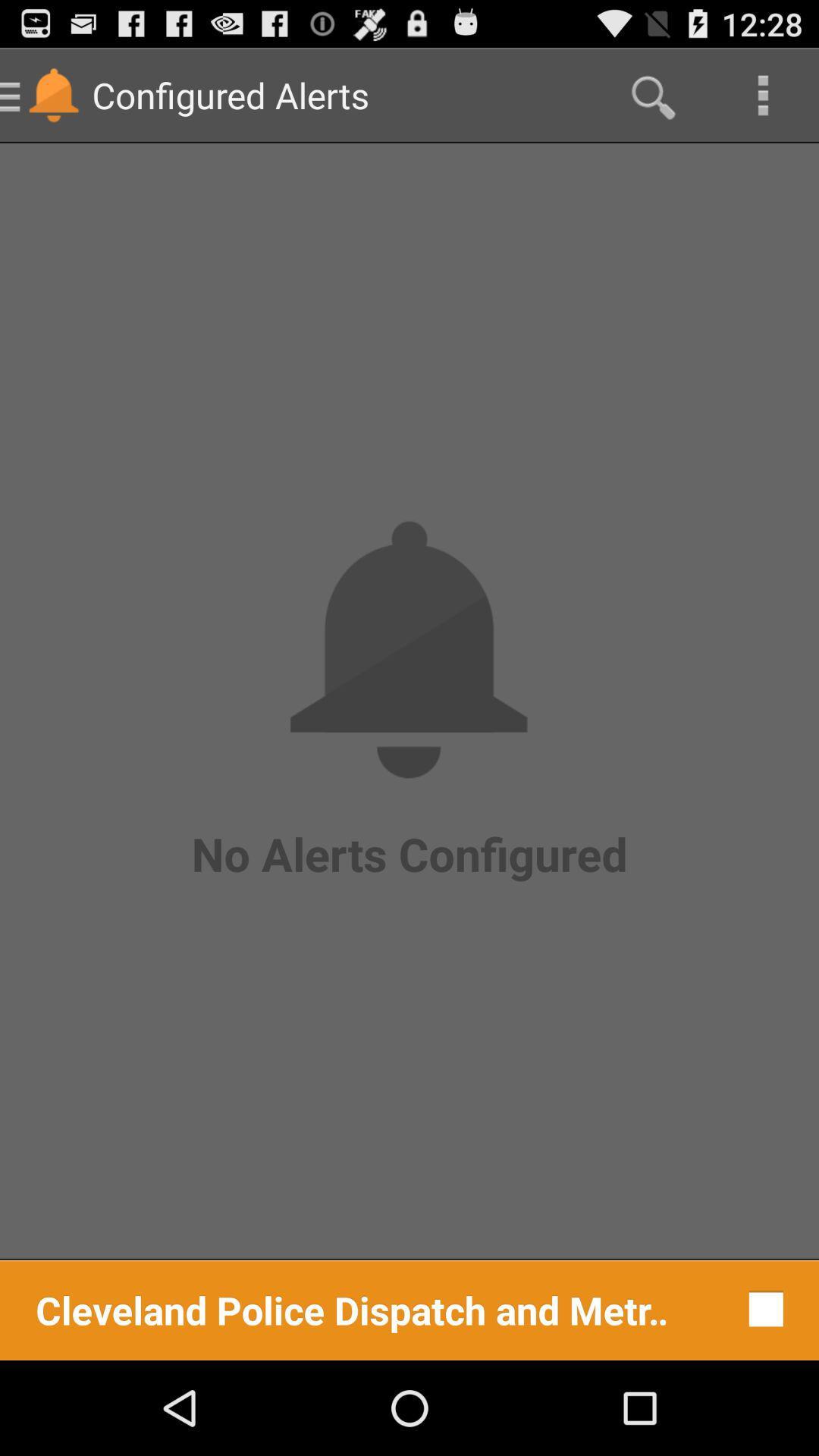 This screenshot has width=819, height=1456. Describe the element at coordinates (763, 94) in the screenshot. I see `icon above no alerts configured app` at that location.